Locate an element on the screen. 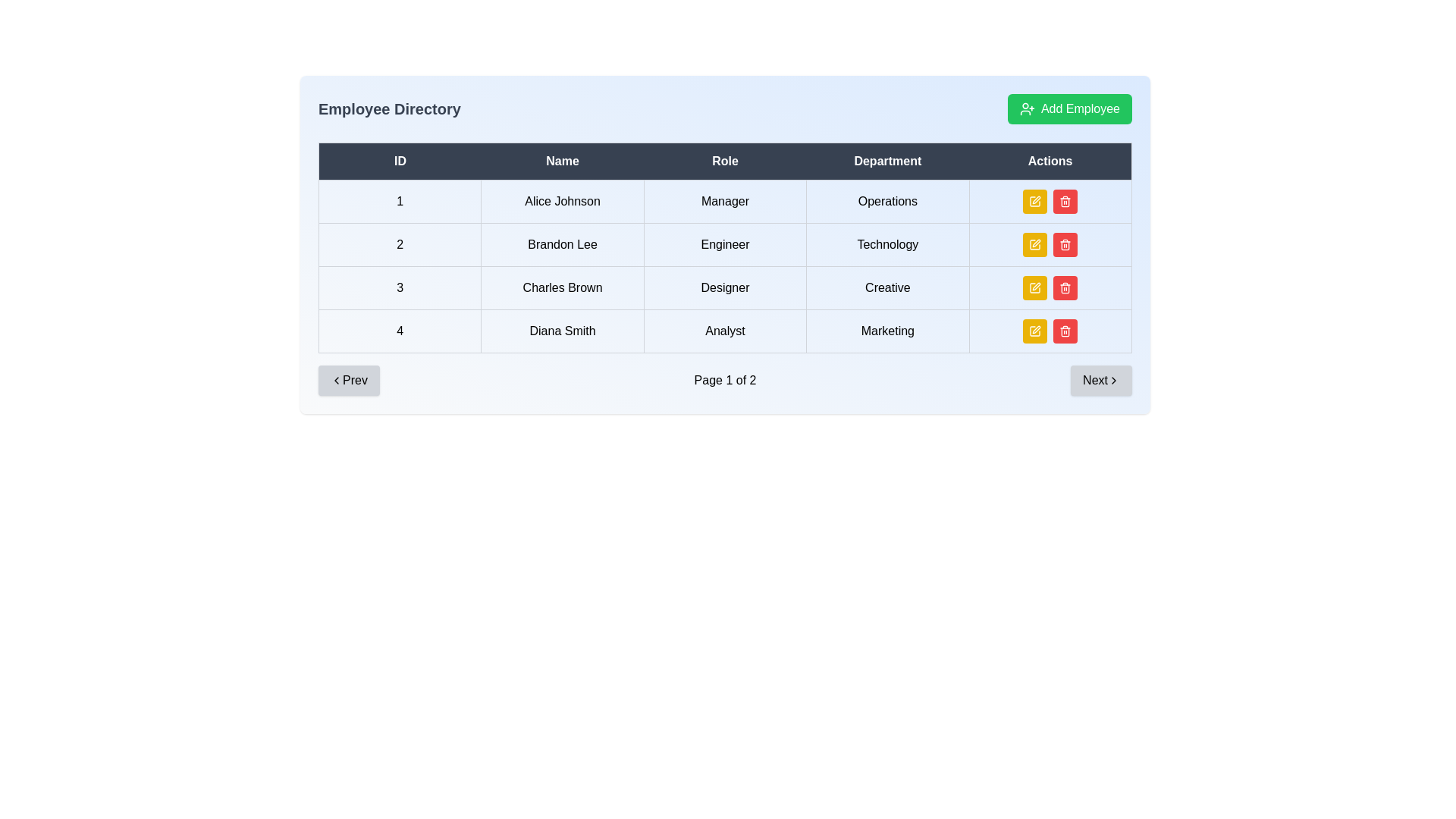 The image size is (1456, 819). the edit icon in the Actions column of the table for Charles Brown - Designer - Creative is located at coordinates (1034, 201).